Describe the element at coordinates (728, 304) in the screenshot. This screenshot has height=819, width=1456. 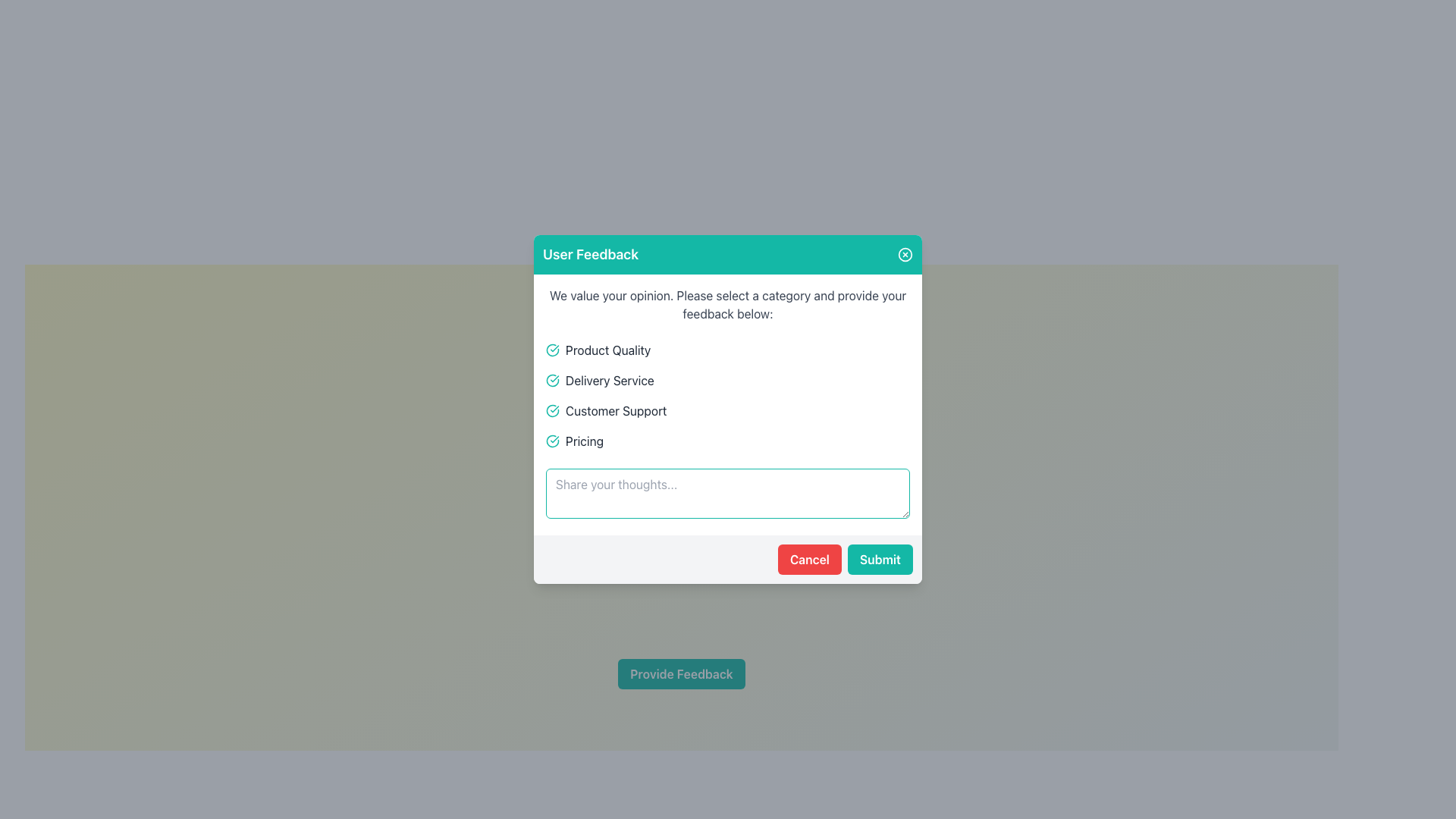
I see `the instructional static text located in the 'User Feedback' modal dialog, which is positioned directly below the green header and above category options` at that location.